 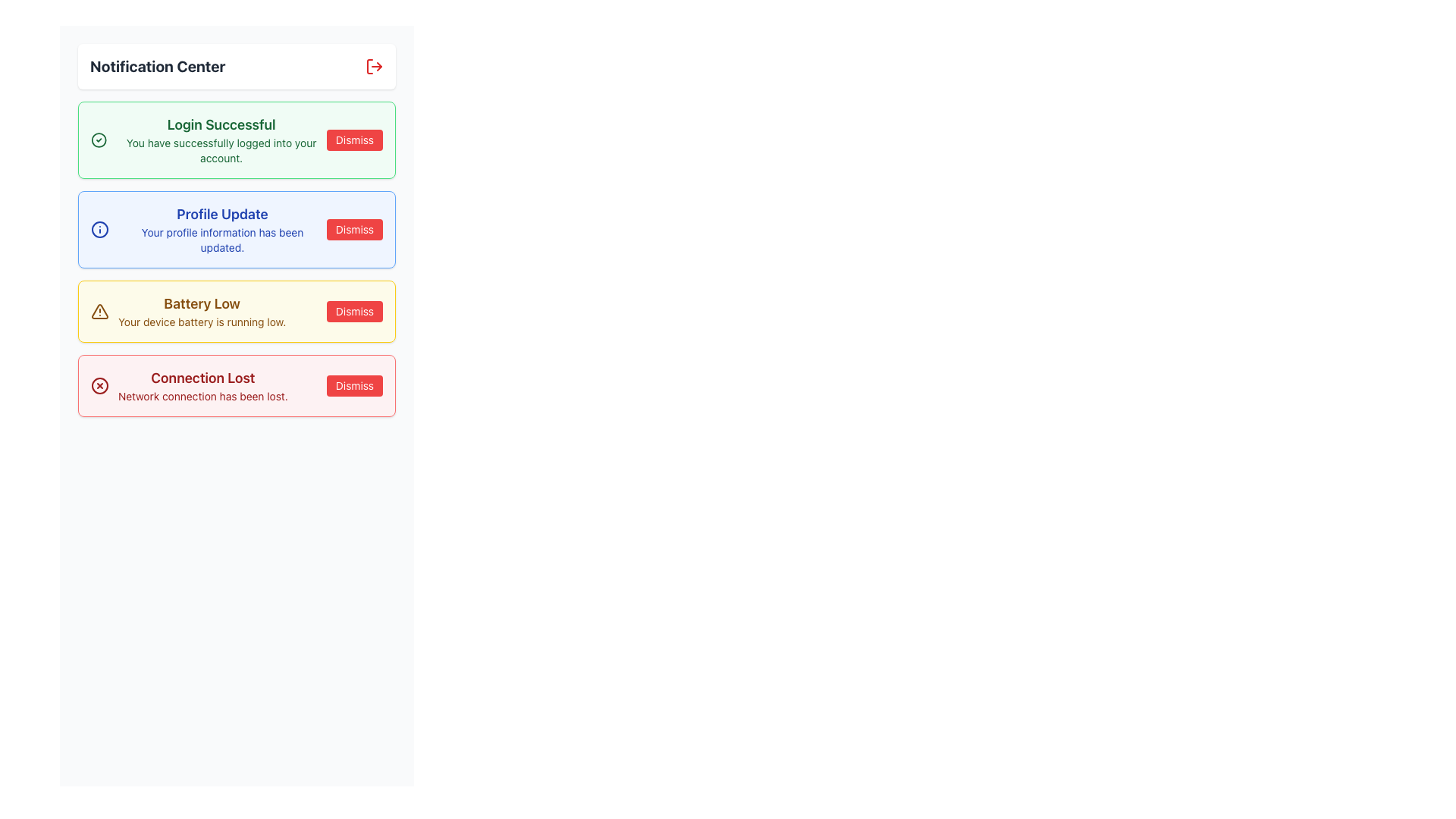 What do you see at coordinates (202, 385) in the screenshot?
I see `the text label indicating a lost network connection in the fourth notification card within the Notification Center` at bounding box center [202, 385].